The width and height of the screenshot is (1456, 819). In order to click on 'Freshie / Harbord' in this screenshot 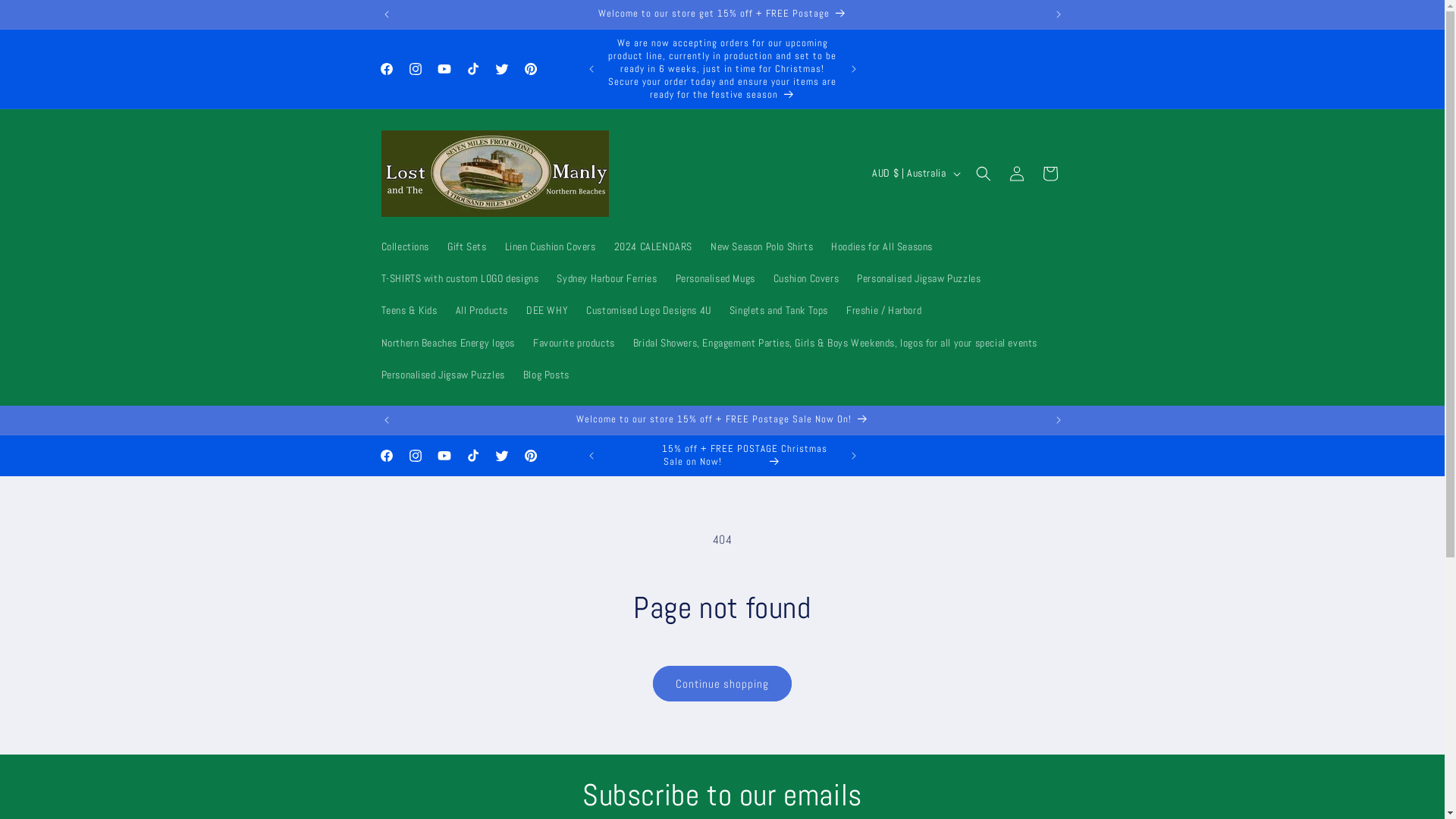, I will do `click(883, 309)`.